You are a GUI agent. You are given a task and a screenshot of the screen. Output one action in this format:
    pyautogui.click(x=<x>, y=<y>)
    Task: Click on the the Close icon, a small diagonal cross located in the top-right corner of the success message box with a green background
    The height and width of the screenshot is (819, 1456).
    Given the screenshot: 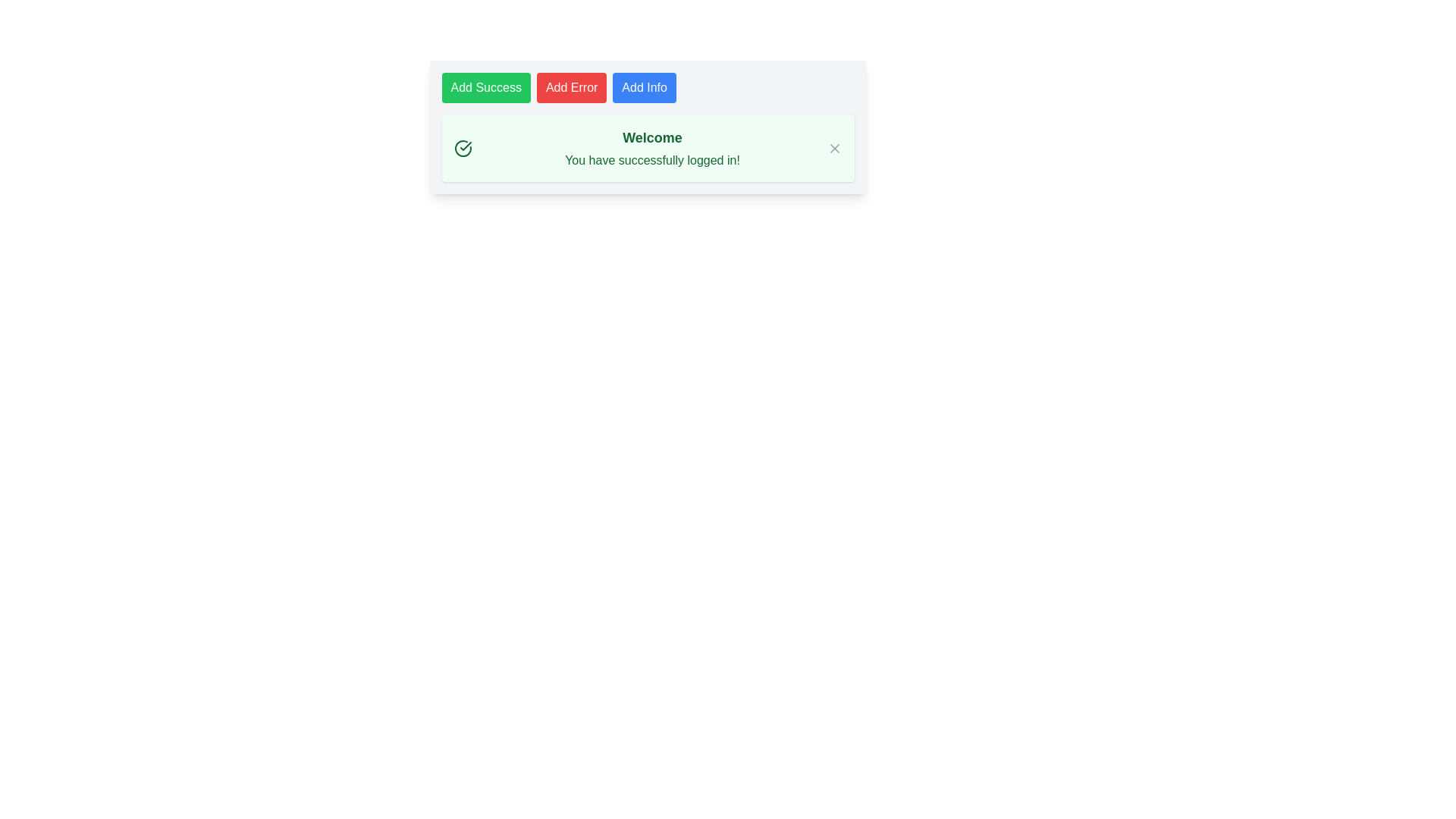 What is the action you would take?
    pyautogui.click(x=833, y=149)
    